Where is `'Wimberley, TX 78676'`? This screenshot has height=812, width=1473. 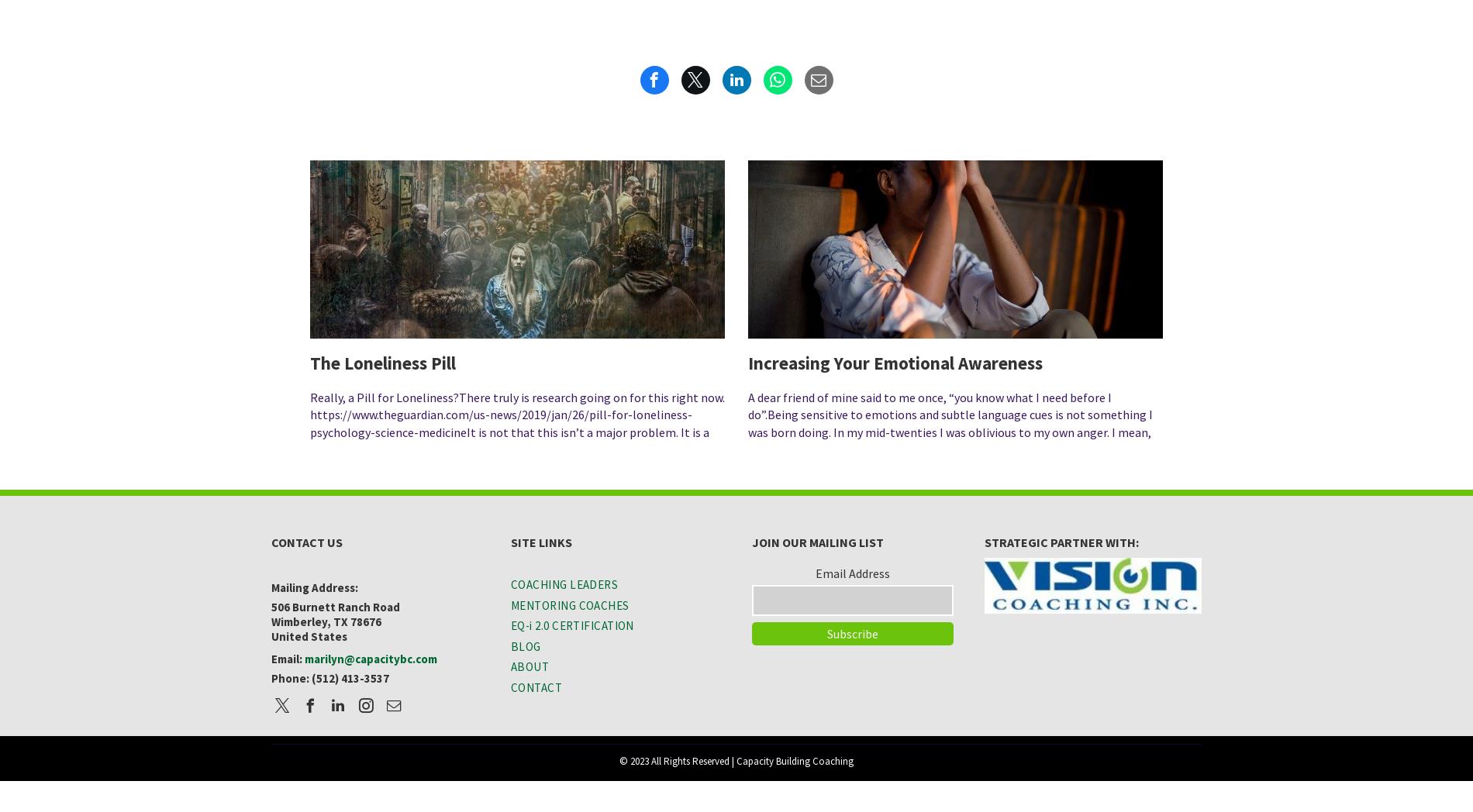
'Wimberley, TX 78676' is located at coordinates (326, 621).